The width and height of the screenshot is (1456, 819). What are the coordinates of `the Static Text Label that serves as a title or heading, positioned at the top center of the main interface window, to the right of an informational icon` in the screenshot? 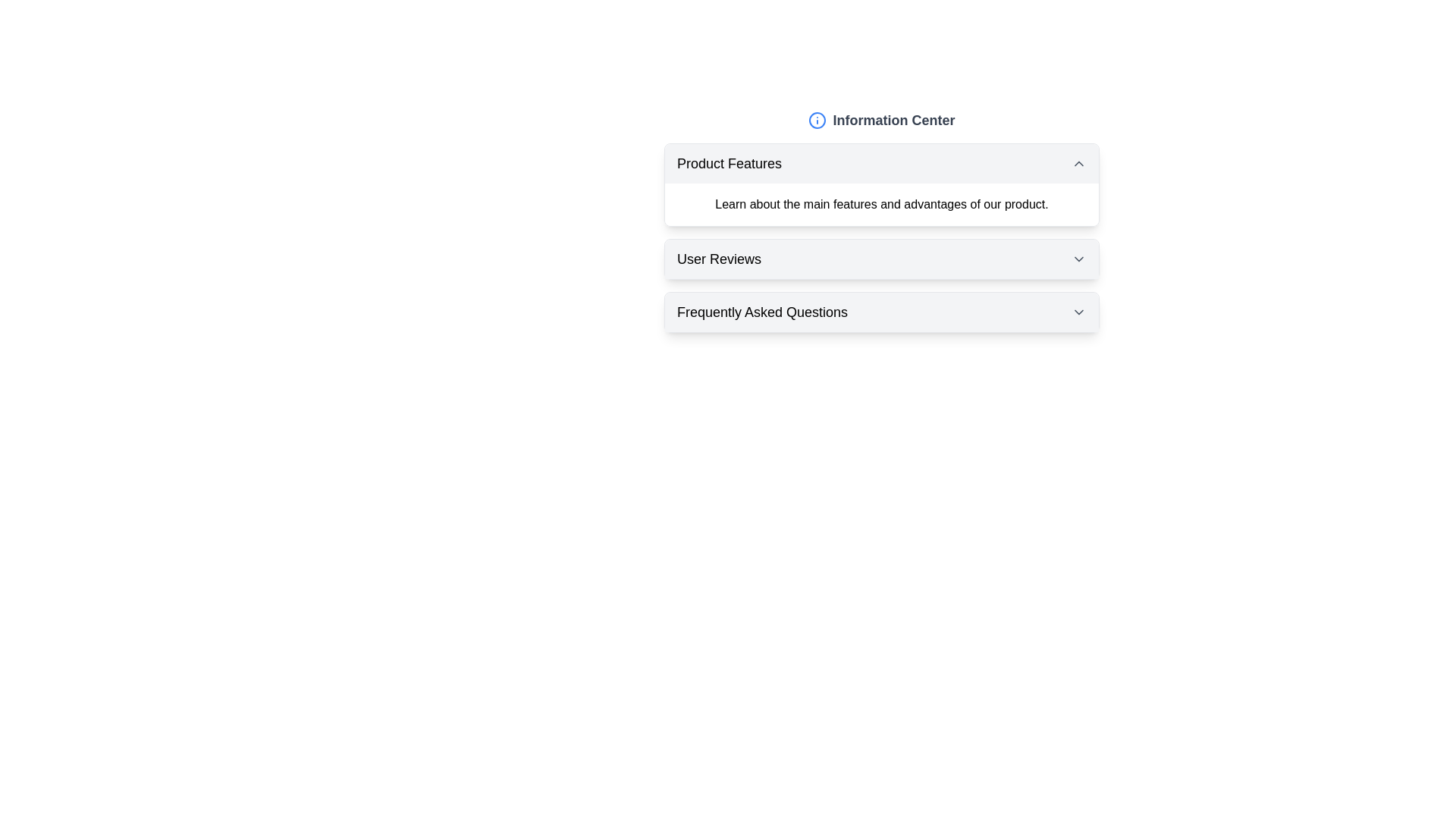 It's located at (894, 119).